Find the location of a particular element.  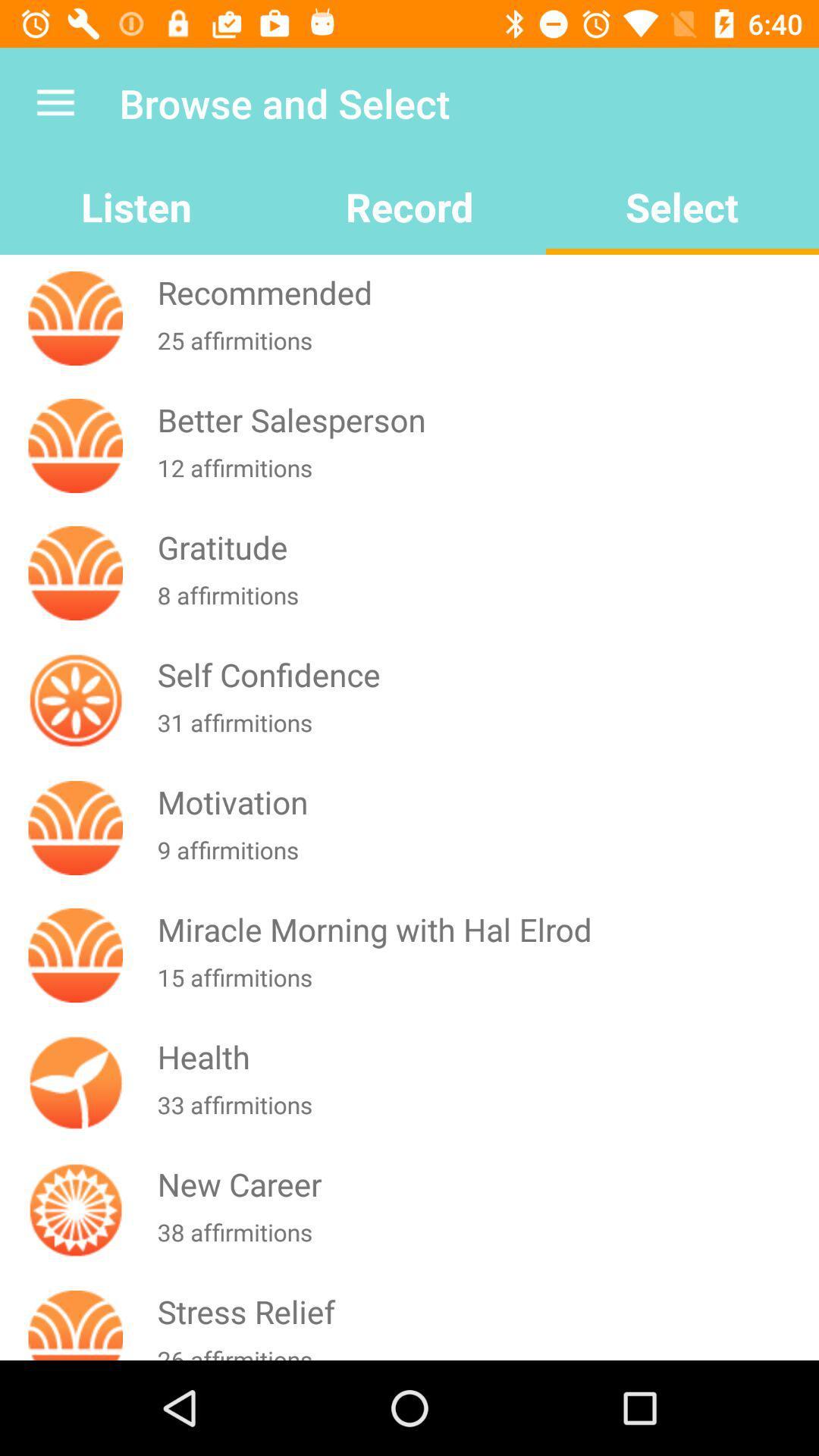

the icon above the listen icon is located at coordinates (55, 102).